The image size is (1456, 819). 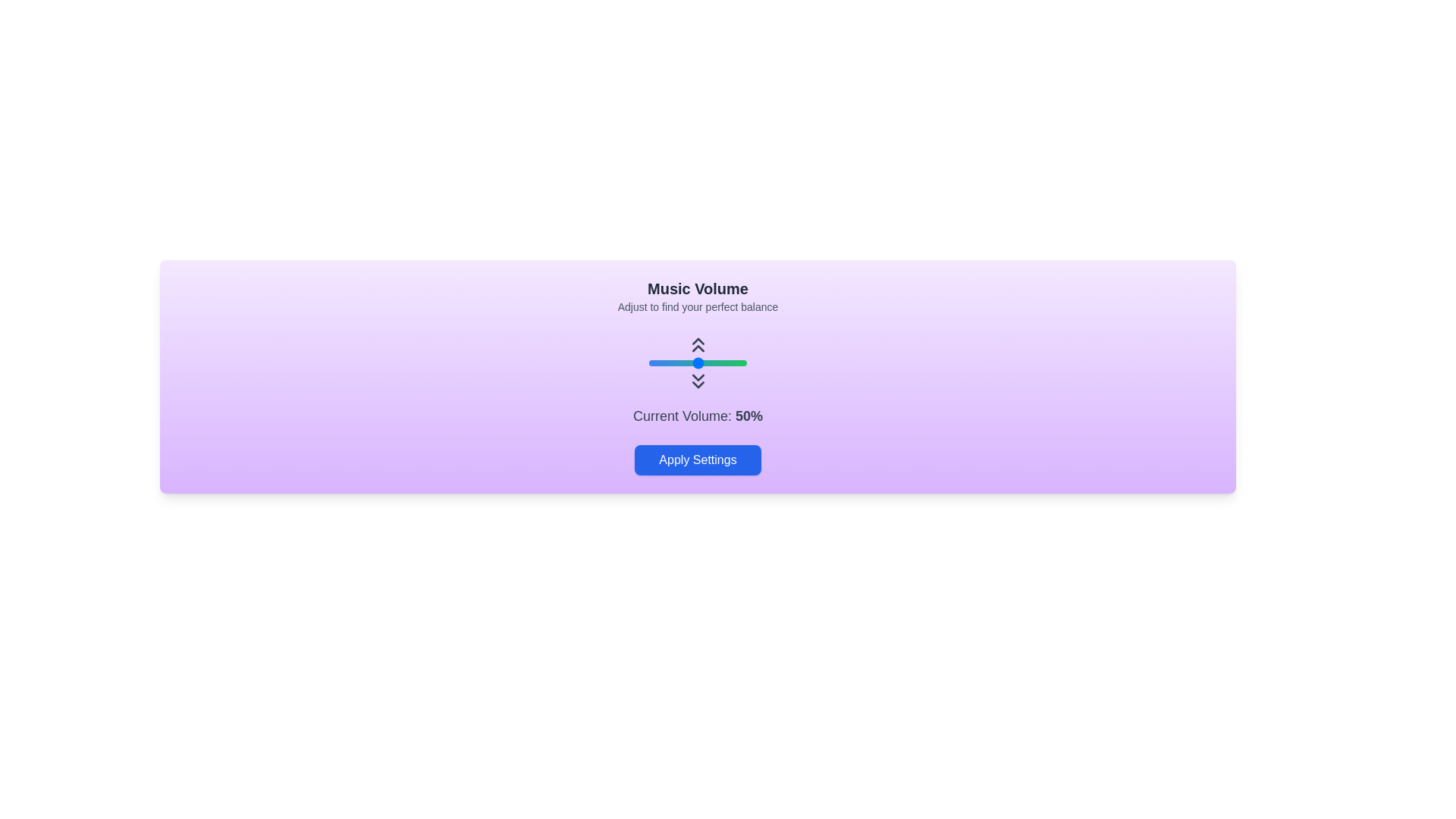 What do you see at coordinates (697, 345) in the screenshot?
I see `up arrow button to increase the volume` at bounding box center [697, 345].